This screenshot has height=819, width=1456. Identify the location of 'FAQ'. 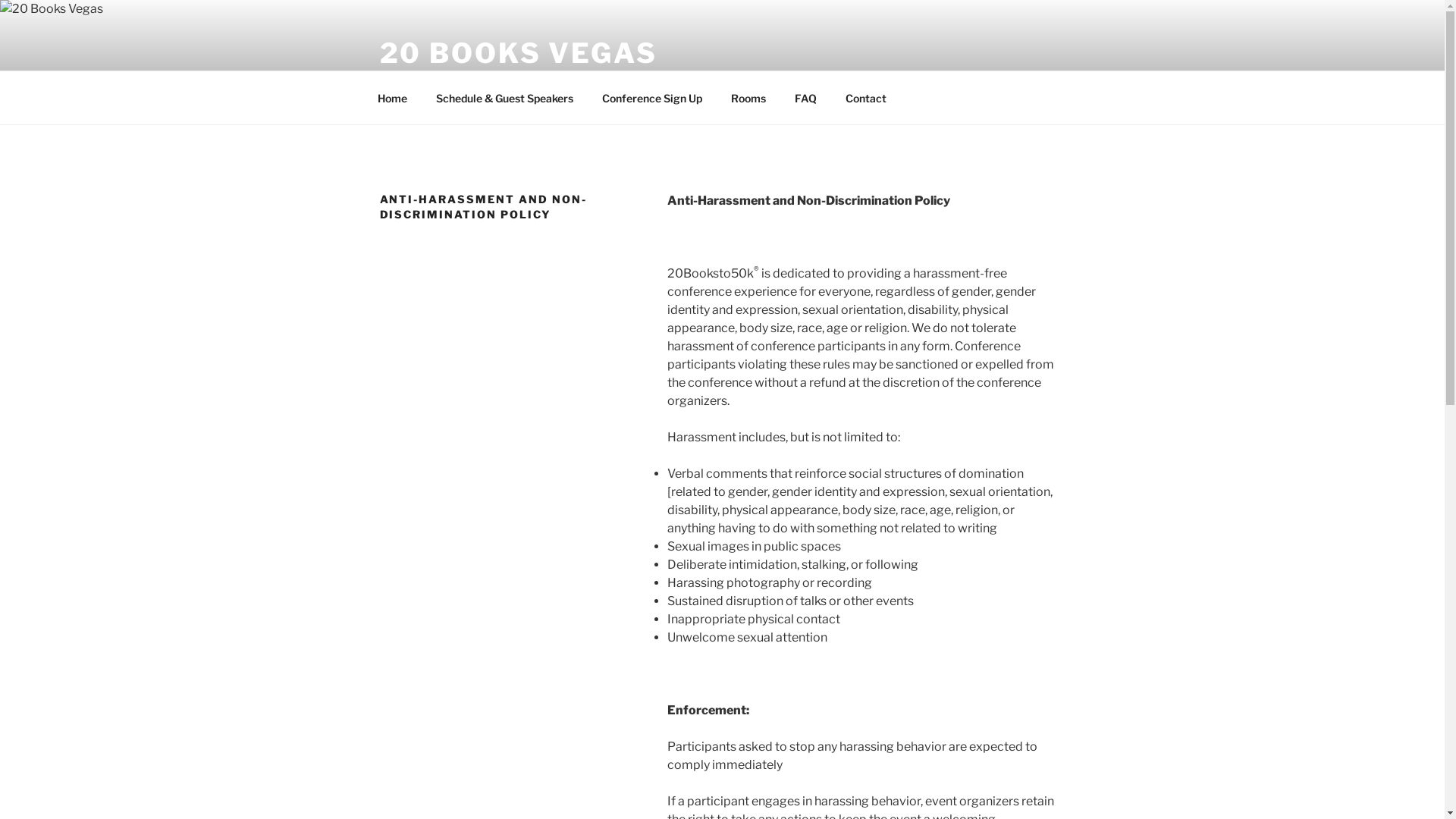
(804, 97).